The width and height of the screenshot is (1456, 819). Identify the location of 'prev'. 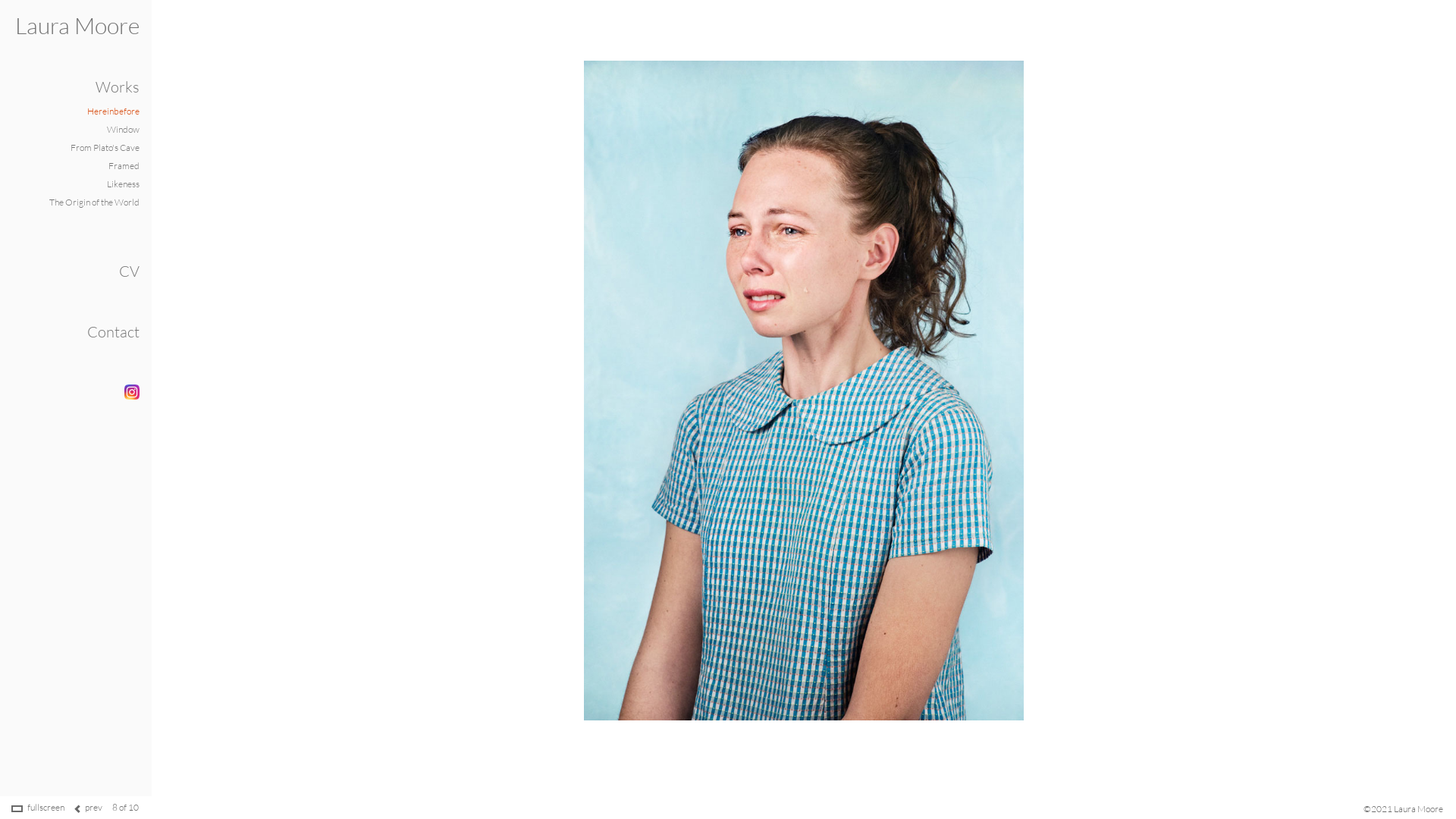
(93, 805).